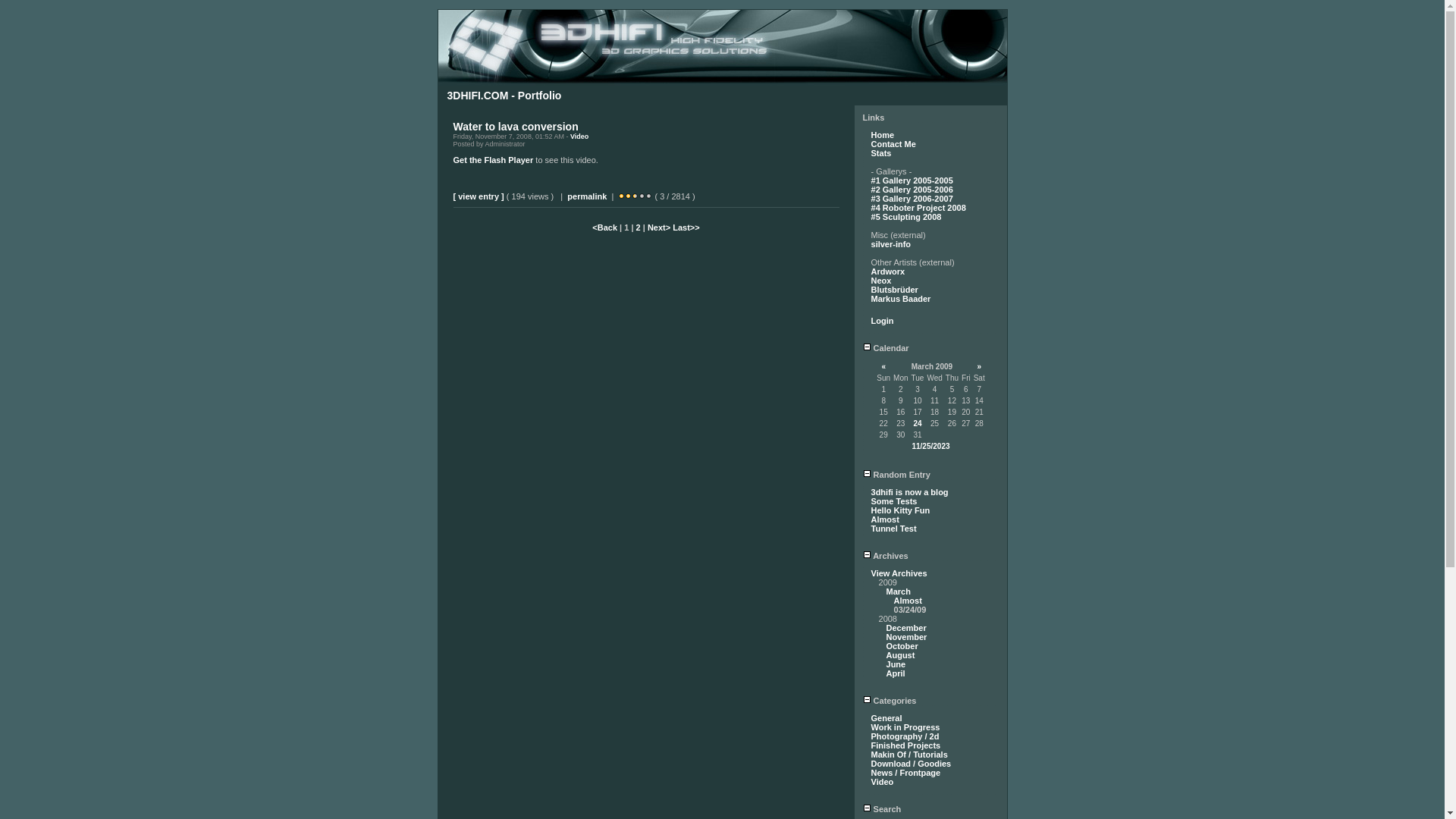 The width and height of the screenshot is (1456, 819). I want to click on 'silver-info', so click(891, 243).